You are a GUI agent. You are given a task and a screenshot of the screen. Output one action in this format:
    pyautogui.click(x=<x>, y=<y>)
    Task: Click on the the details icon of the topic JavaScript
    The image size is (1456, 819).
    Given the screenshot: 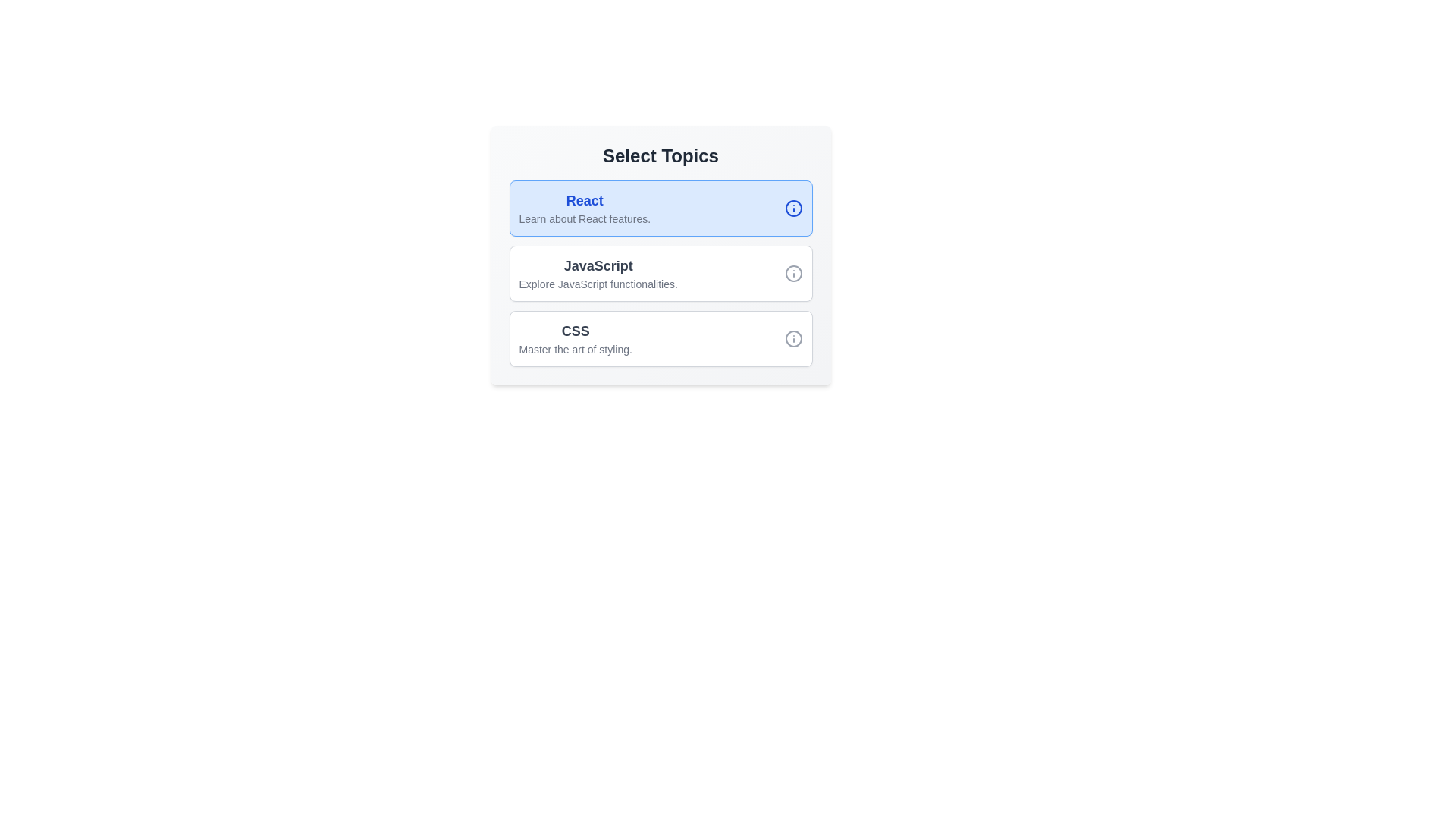 What is the action you would take?
    pyautogui.click(x=792, y=274)
    